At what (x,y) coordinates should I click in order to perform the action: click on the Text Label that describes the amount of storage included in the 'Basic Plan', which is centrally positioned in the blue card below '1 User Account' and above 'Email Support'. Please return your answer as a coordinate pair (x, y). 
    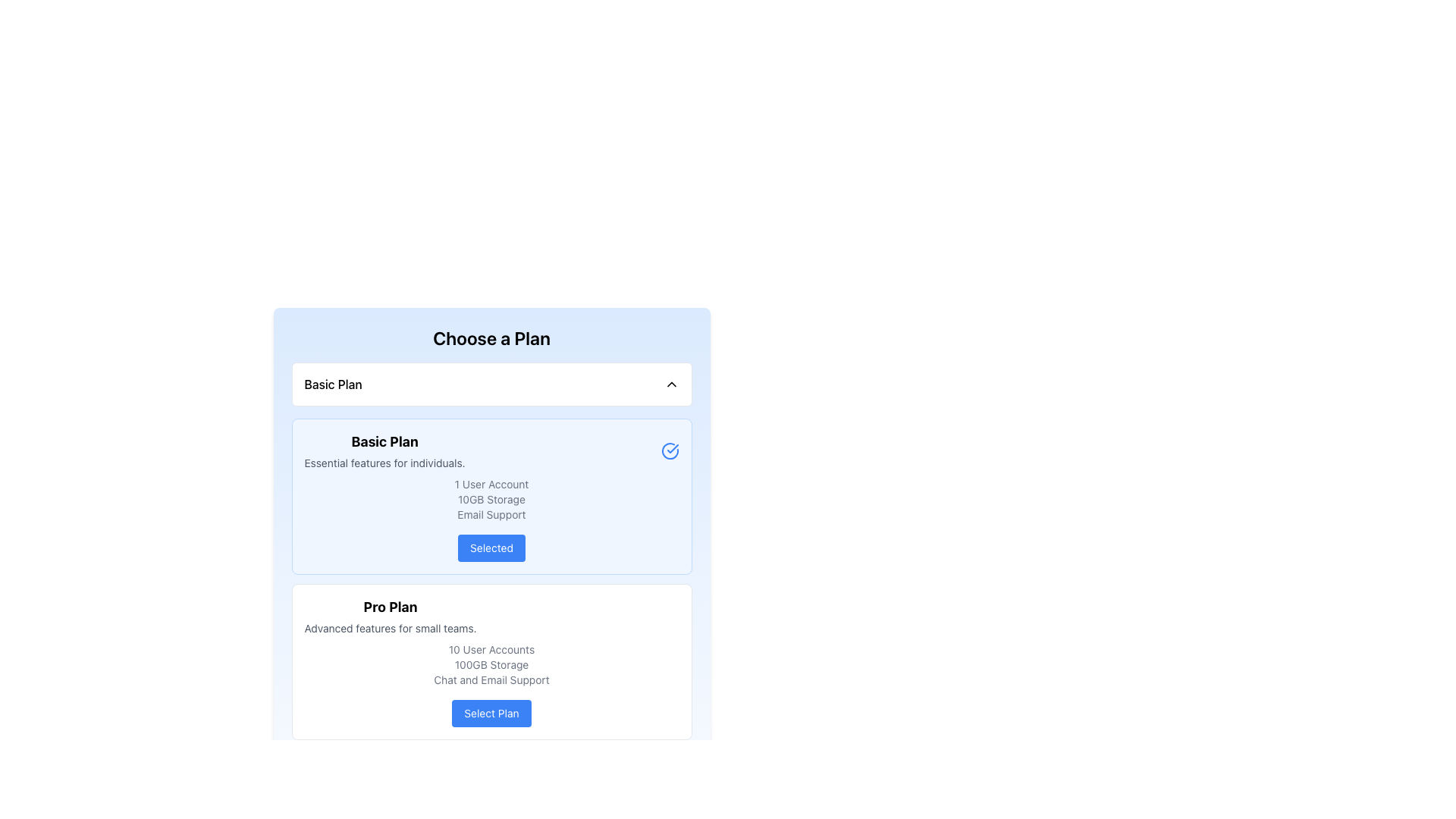
    Looking at the image, I should click on (491, 500).